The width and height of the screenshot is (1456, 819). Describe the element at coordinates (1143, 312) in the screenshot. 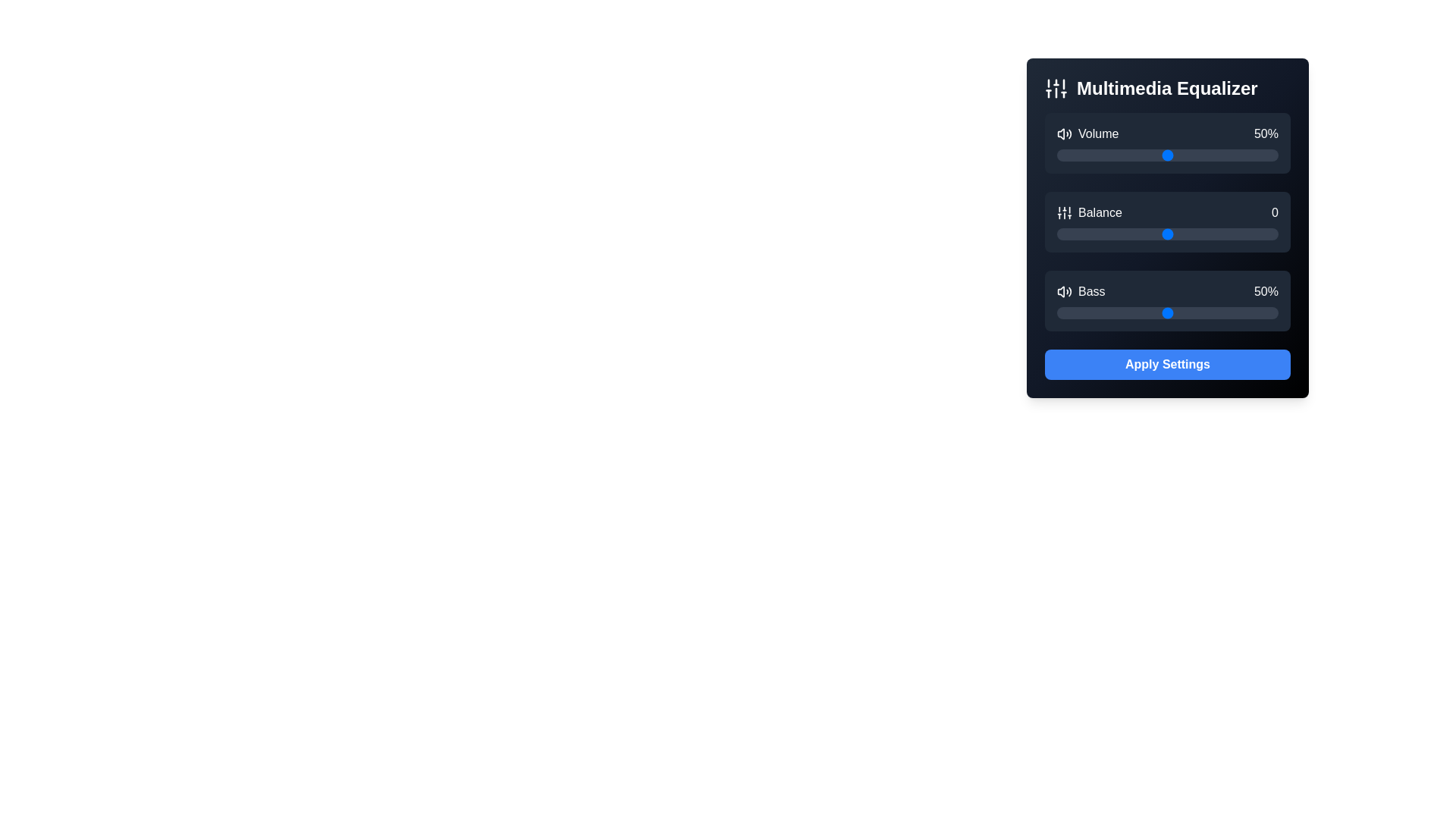

I see `bass level` at that location.